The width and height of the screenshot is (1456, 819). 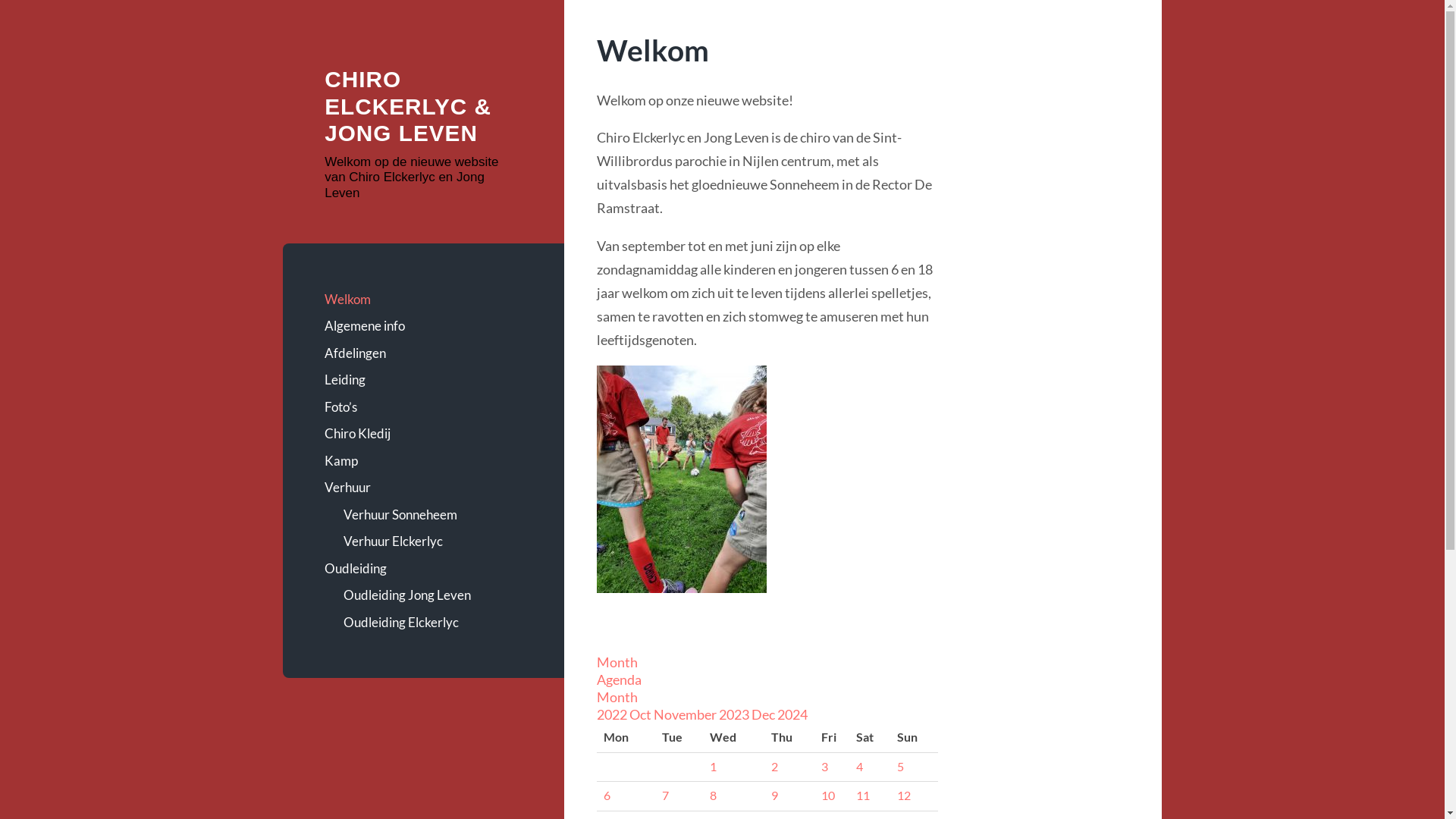 I want to click on 'Chiro Kledij', so click(x=422, y=433).